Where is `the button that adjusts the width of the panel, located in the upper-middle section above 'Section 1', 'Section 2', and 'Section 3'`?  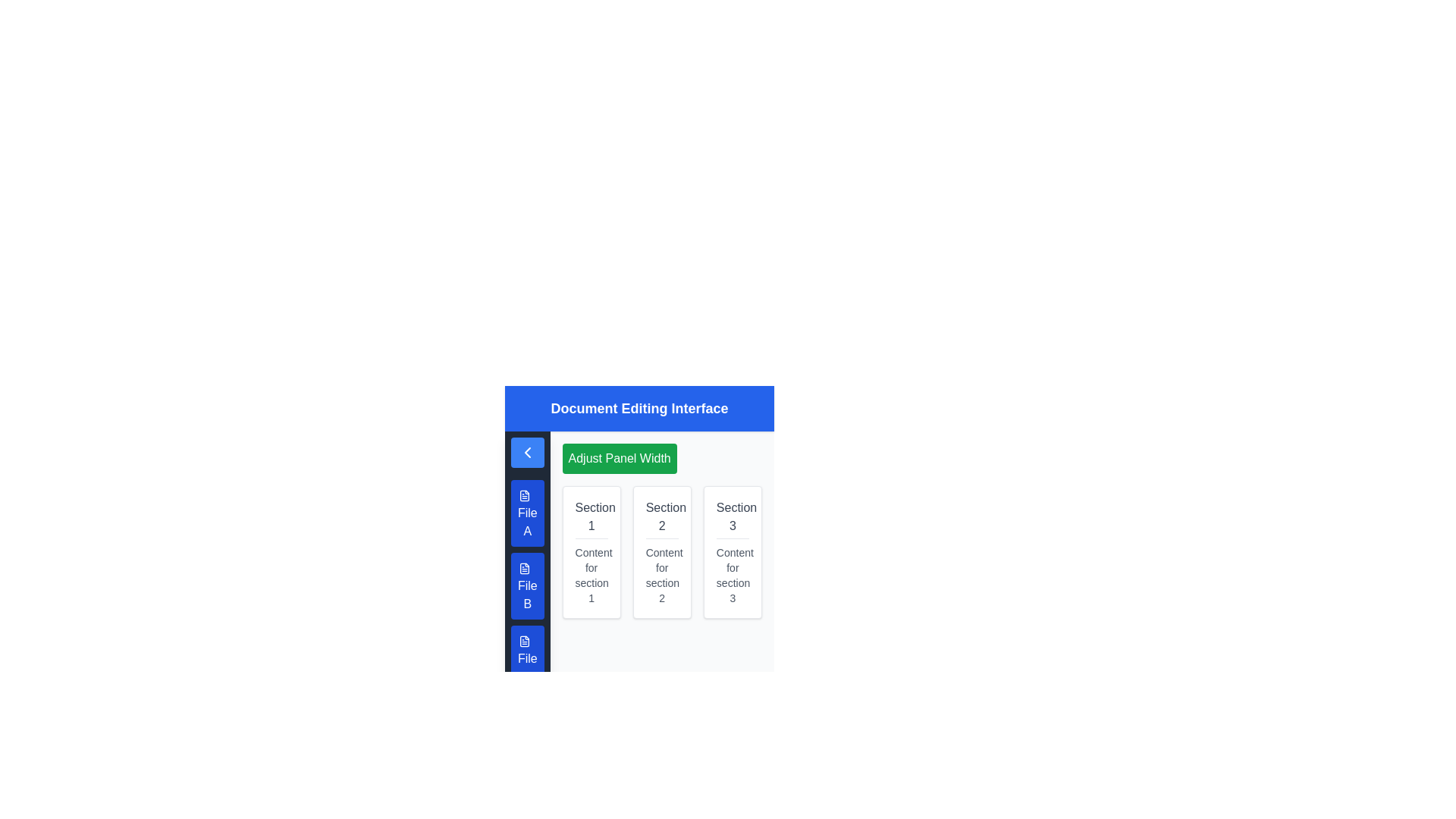
the button that adjusts the width of the panel, located in the upper-middle section above 'Section 1', 'Section 2', and 'Section 3' is located at coordinates (662, 458).